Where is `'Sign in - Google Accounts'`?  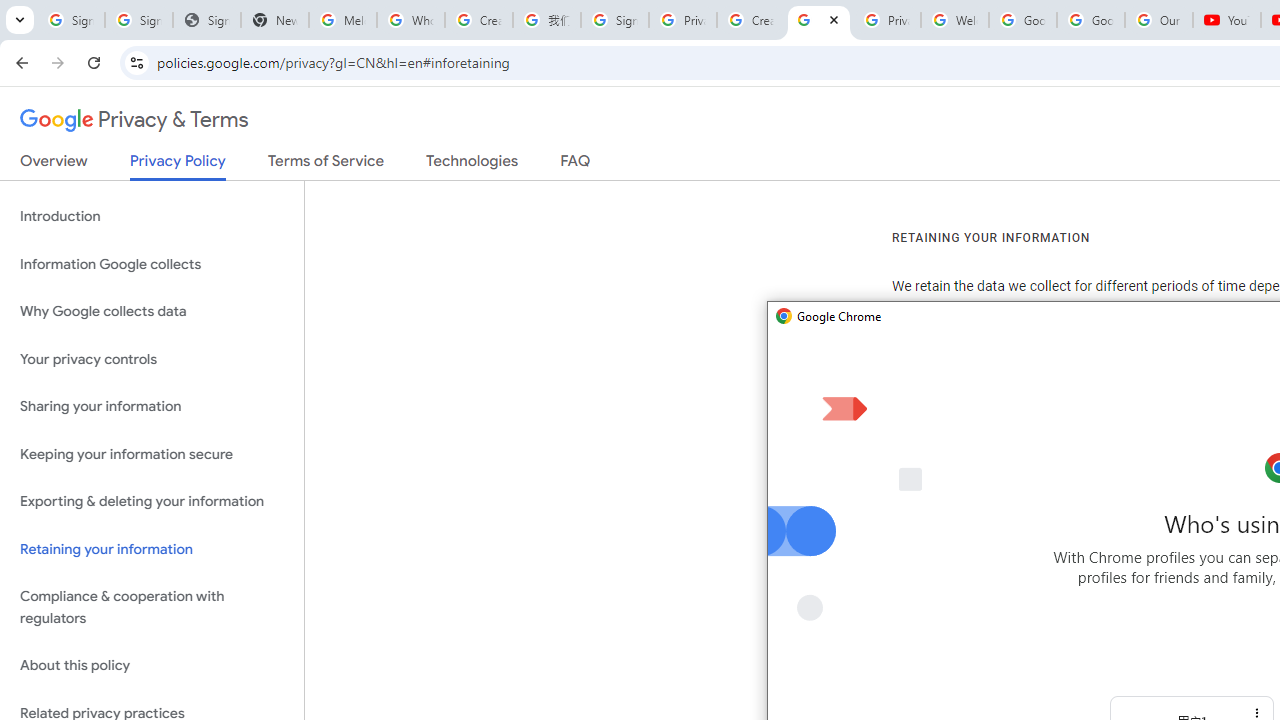 'Sign in - Google Accounts' is located at coordinates (614, 20).